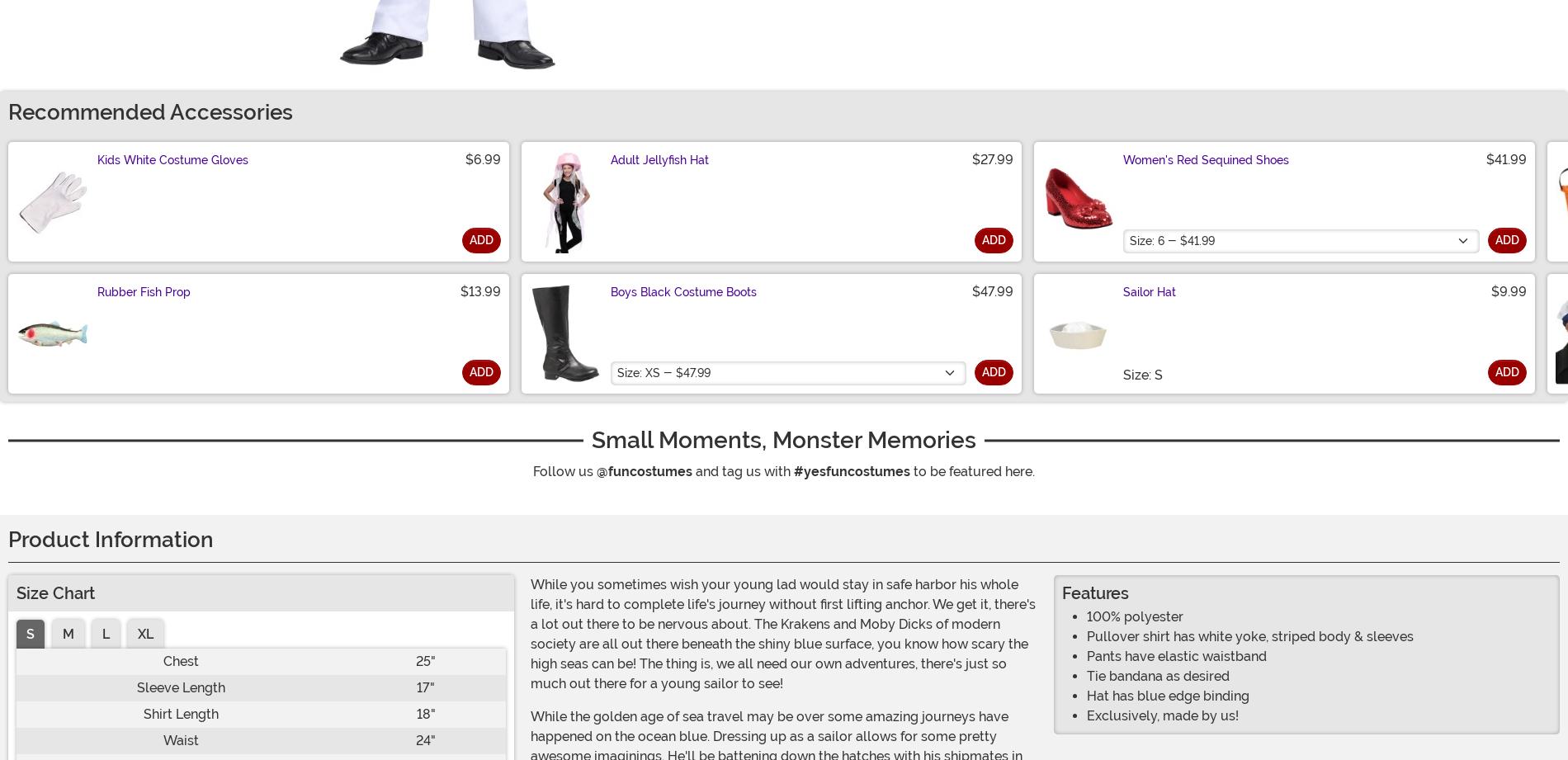  What do you see at coordinates (221, 234) in the screenshot?
I see `'There are no questions for this item yet. Be the first to ask a question!'` at bounding box center [221, 234].